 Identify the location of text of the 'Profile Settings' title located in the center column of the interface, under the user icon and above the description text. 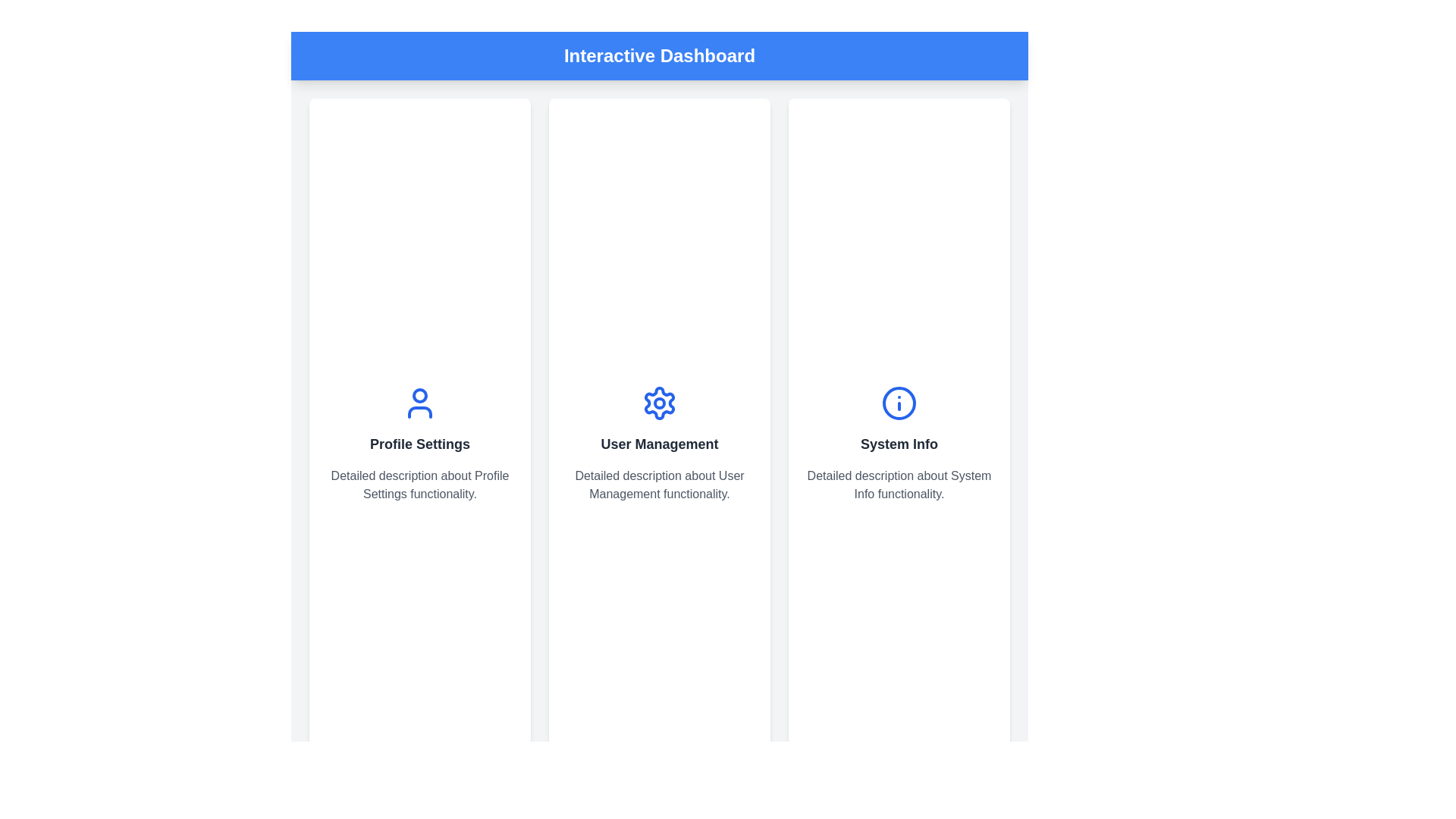
(419, 444).